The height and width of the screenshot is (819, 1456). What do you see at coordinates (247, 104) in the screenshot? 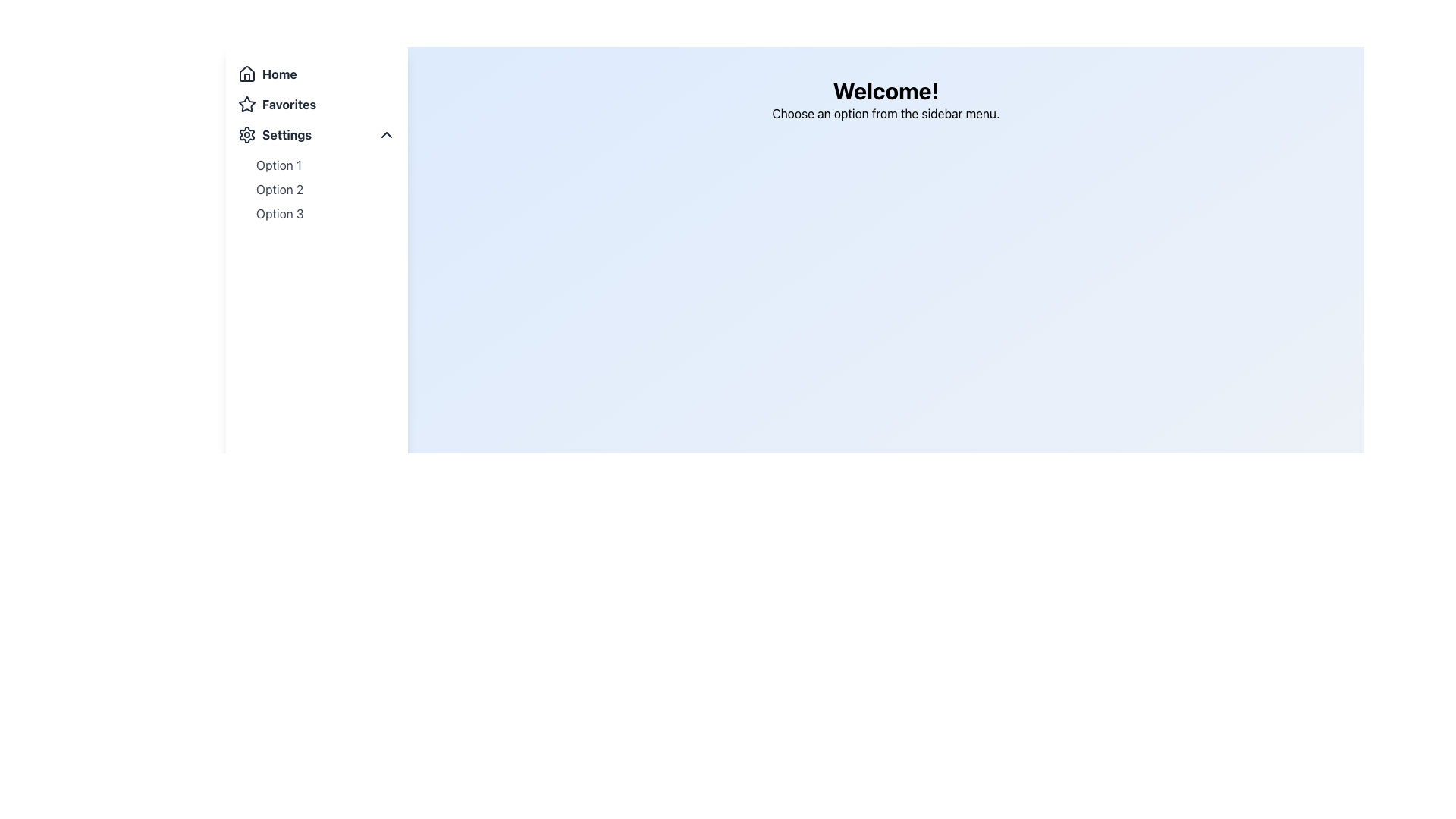
I see `the star icon with a dark outline located to the left of the 'Favorites' text in the vertical sidebar menu` at bounding box center [247, 104].